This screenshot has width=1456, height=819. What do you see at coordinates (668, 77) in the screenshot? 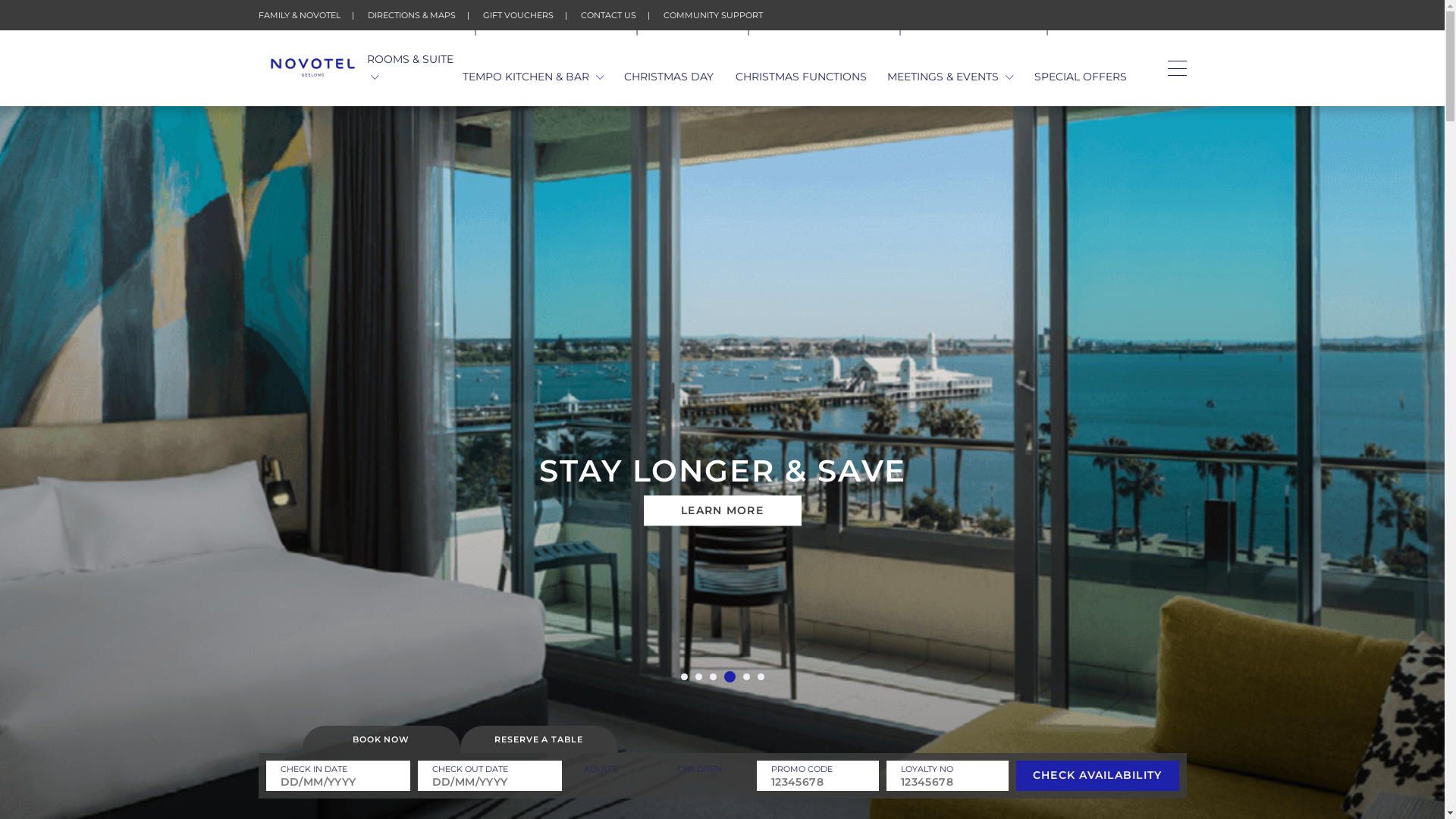
I see `'CHRISTMAS DAY'` at bounding box center [668, 77].